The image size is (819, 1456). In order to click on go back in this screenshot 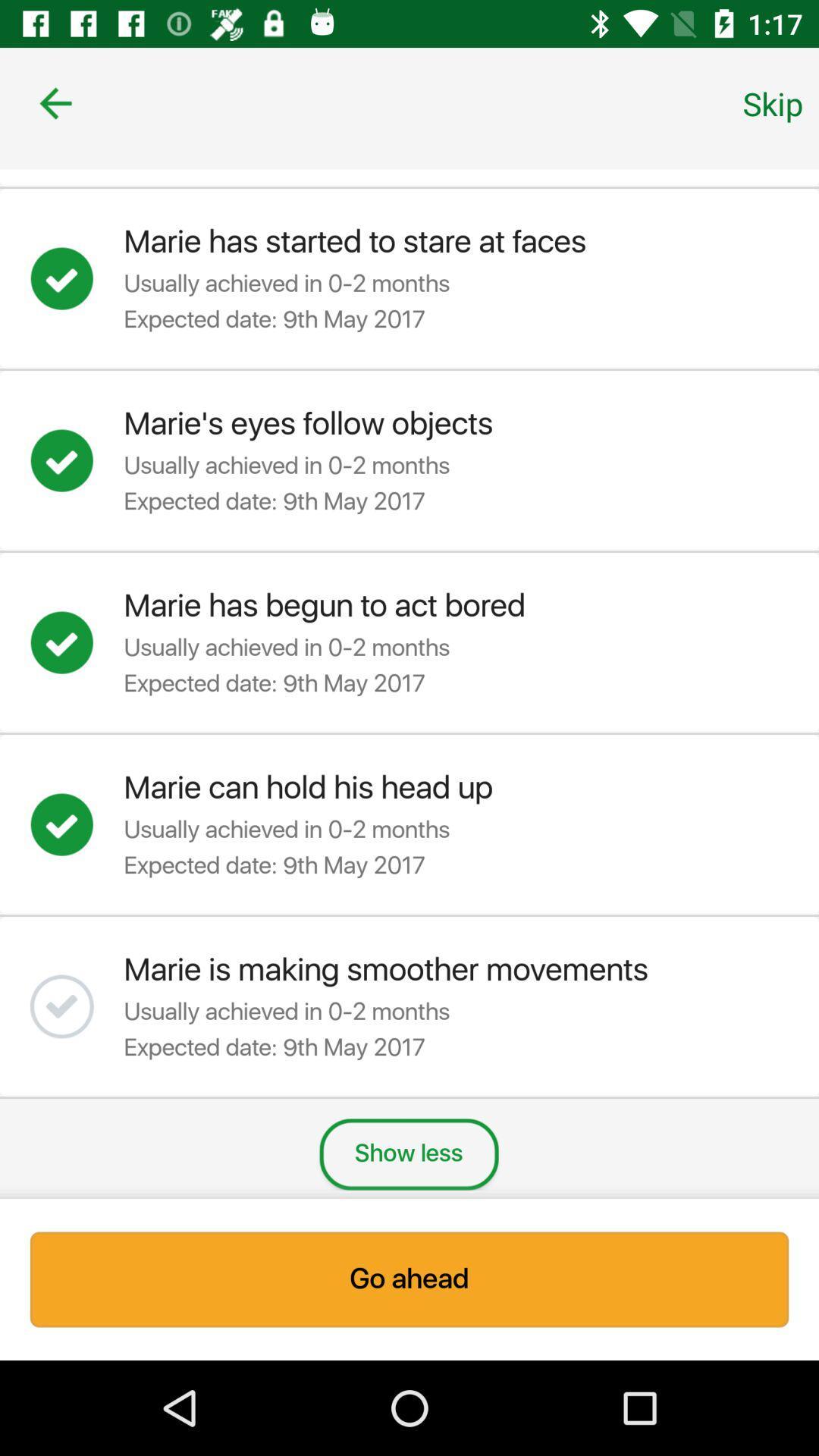, I will do `click(55, 102)`.